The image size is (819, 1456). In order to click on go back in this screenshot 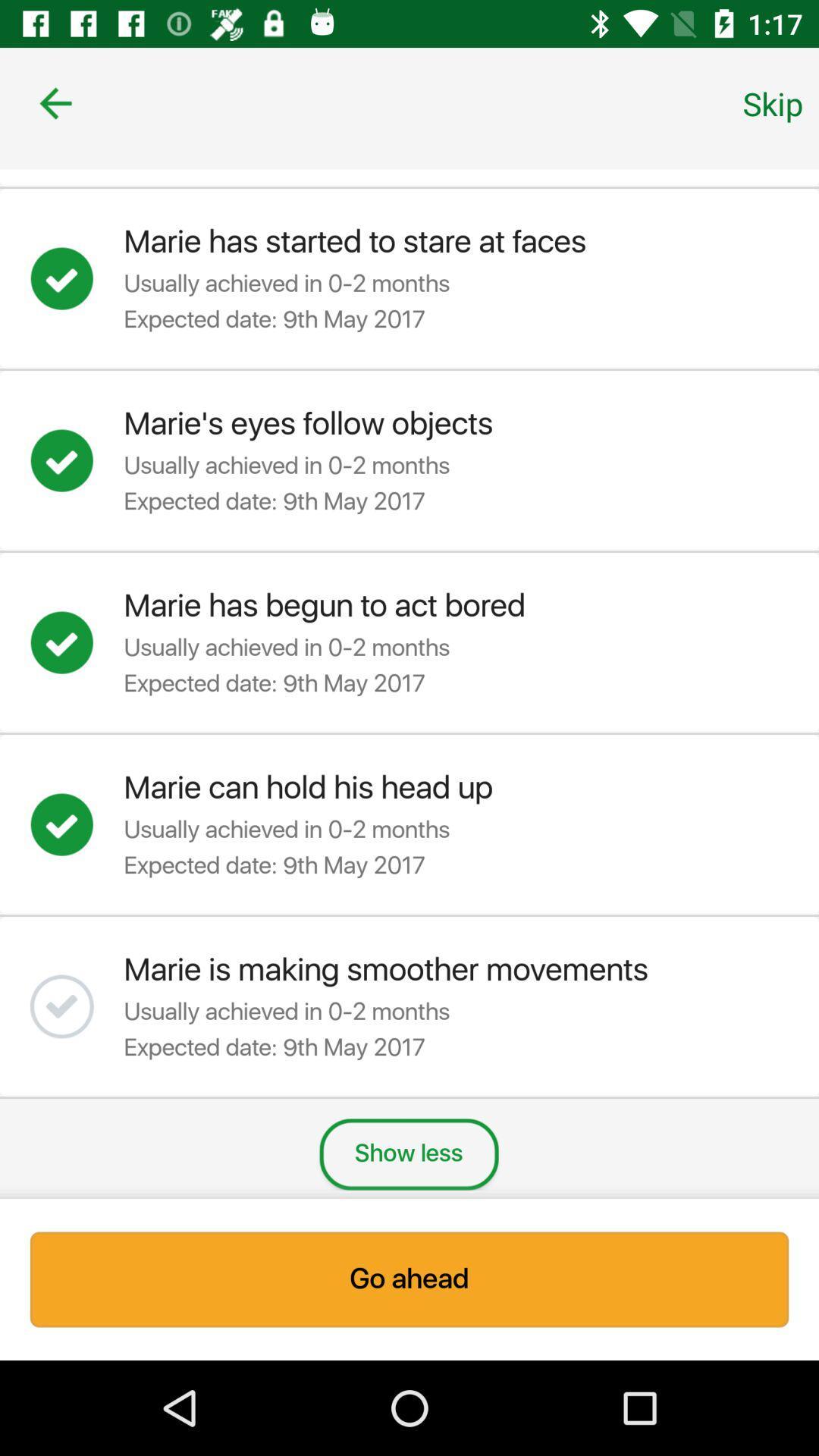, I will do `click(55, 102)`.